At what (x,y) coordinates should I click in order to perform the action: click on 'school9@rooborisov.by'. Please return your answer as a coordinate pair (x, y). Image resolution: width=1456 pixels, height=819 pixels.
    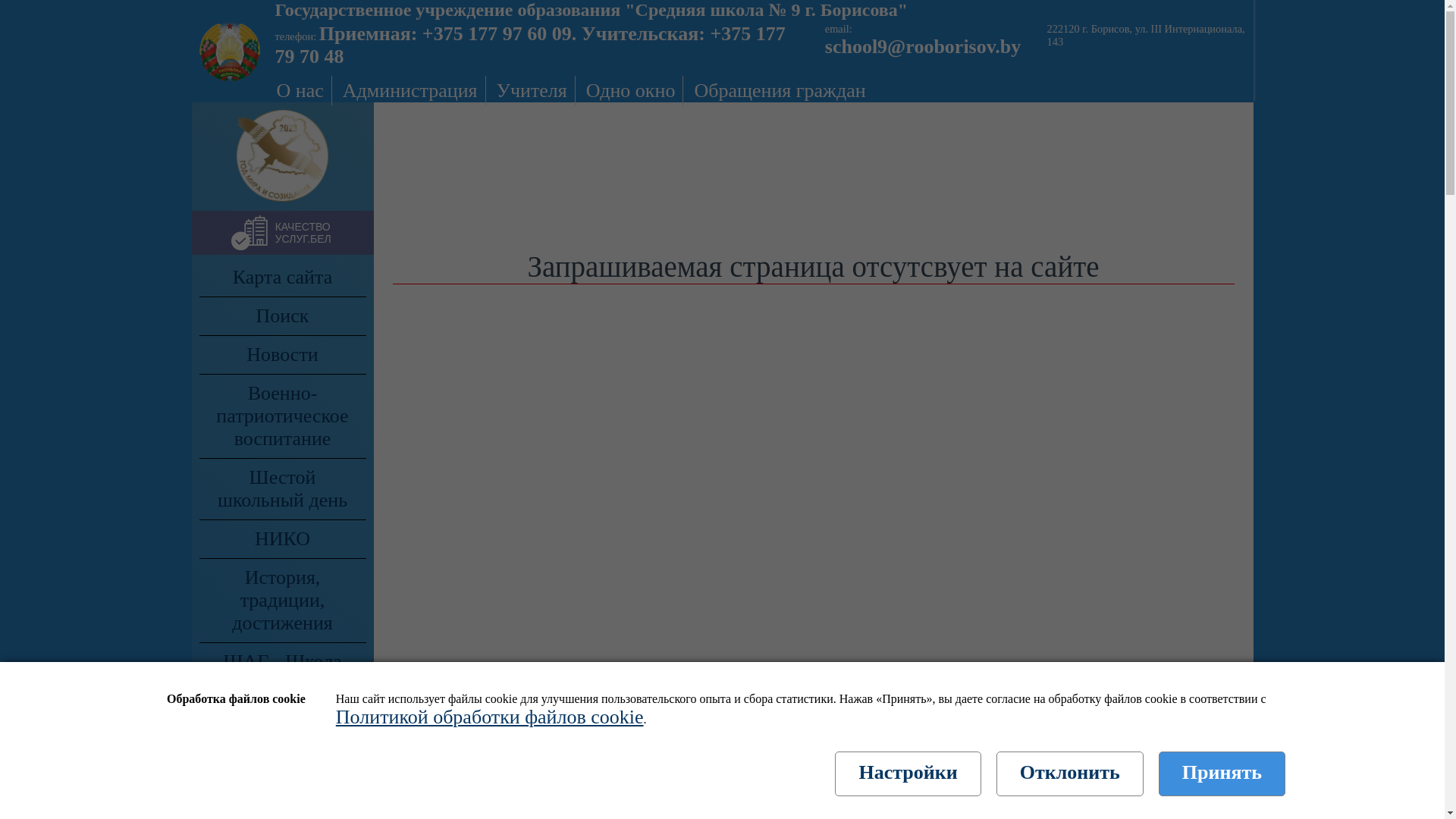
    Looking at the image, I should click on (922, 45).